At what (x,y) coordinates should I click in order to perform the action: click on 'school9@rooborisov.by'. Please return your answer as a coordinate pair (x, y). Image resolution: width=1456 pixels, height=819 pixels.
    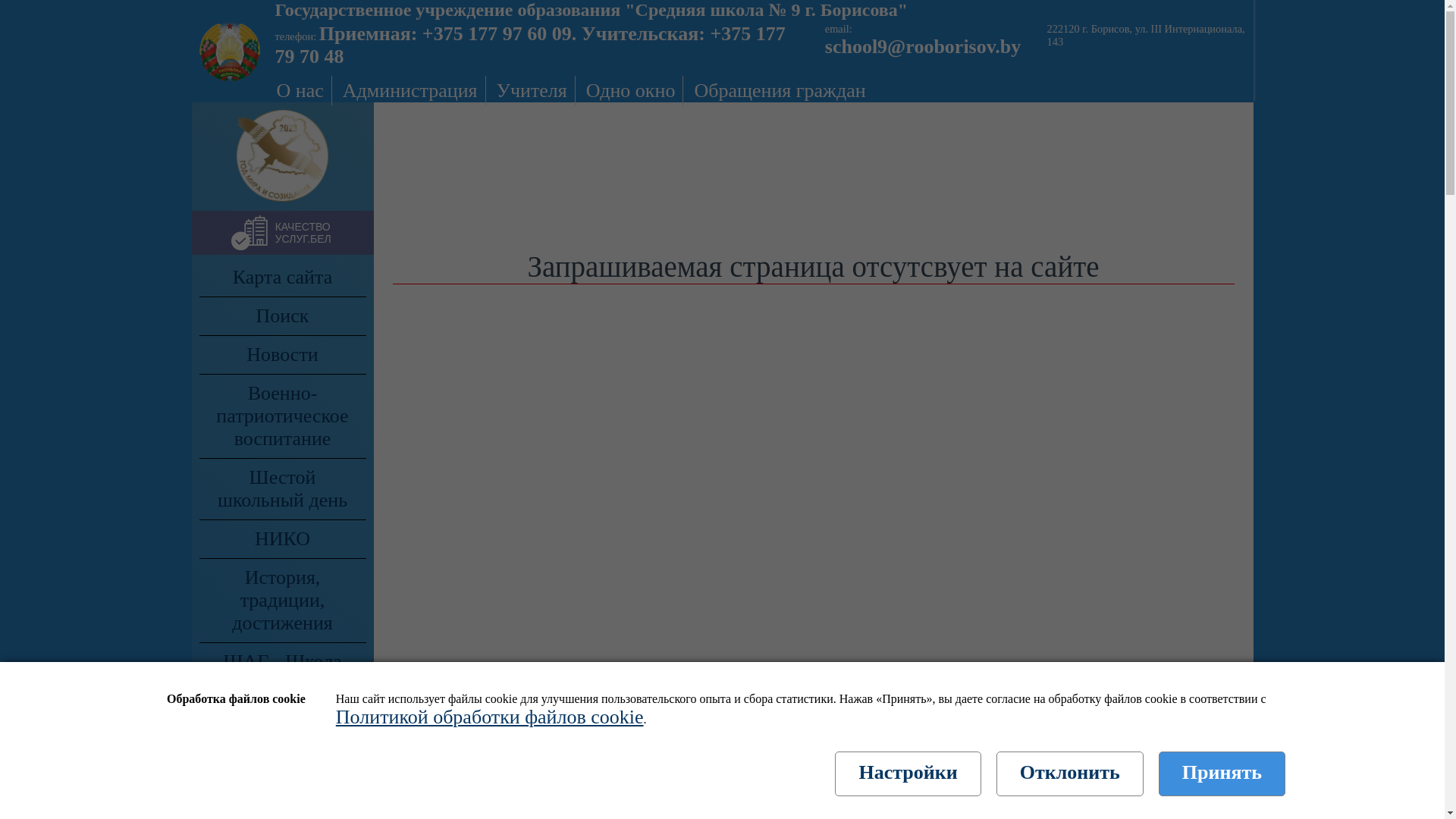
    Looking at the image, I should click on (922, 45).